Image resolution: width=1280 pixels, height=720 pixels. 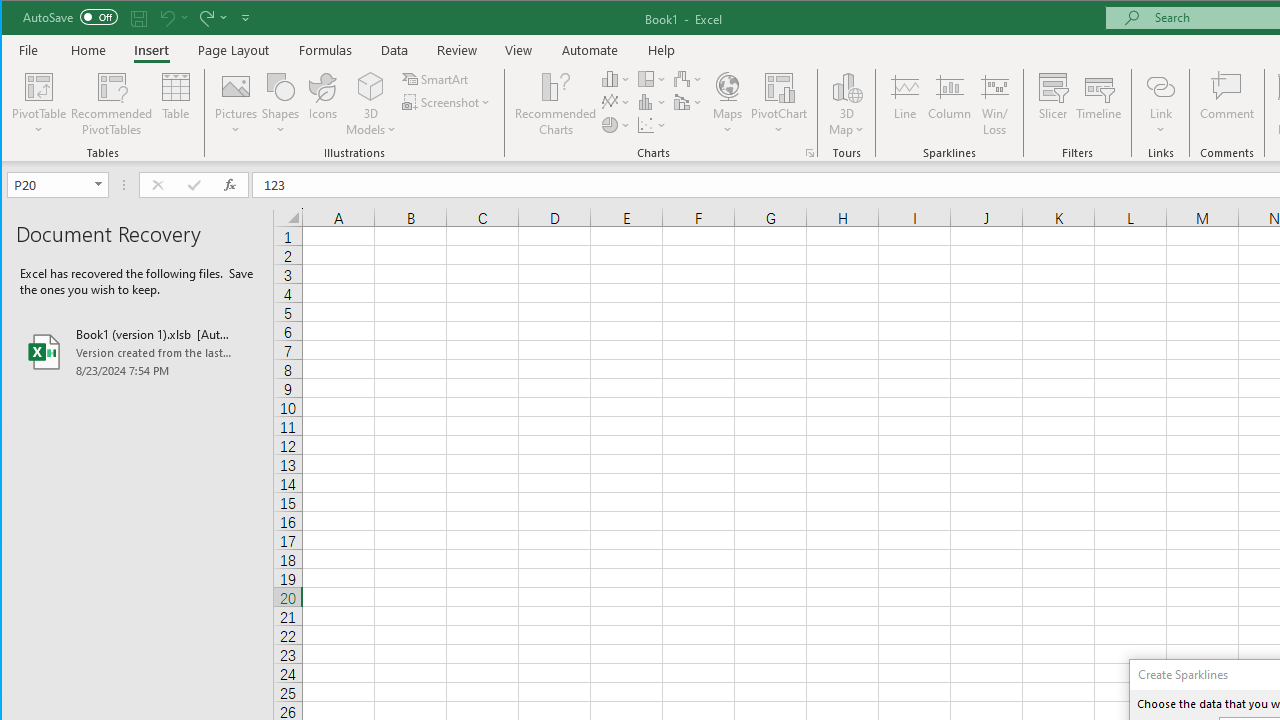 I want to click on '3D Models', so click(x=371, y=104).